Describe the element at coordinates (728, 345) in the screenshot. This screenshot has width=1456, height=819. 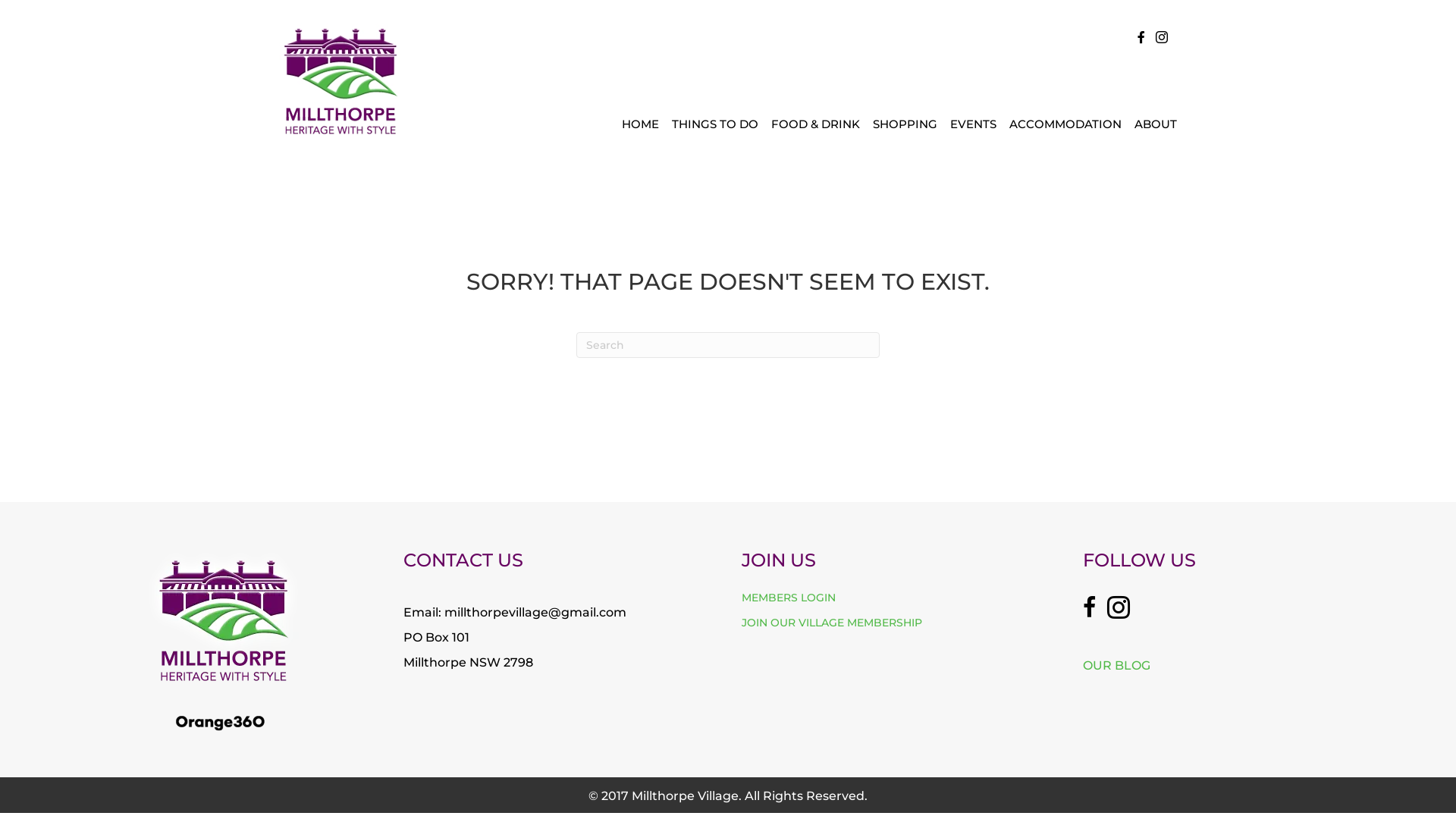
I see `'Type and press Enter to search.'` at that location.